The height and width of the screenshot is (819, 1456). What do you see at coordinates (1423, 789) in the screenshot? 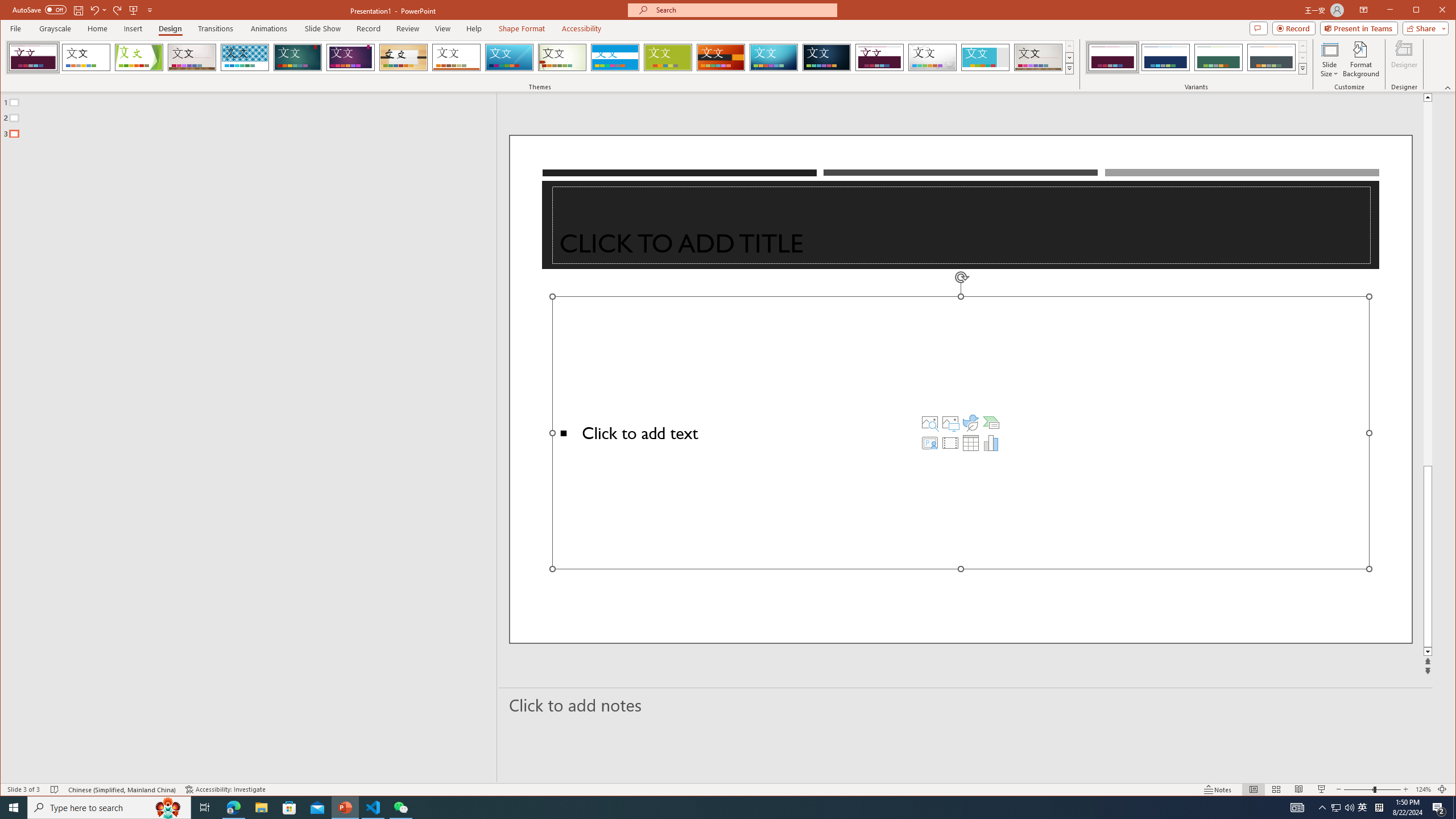
I see `'Zoom 124%'` at bounding box center [1423, 789].